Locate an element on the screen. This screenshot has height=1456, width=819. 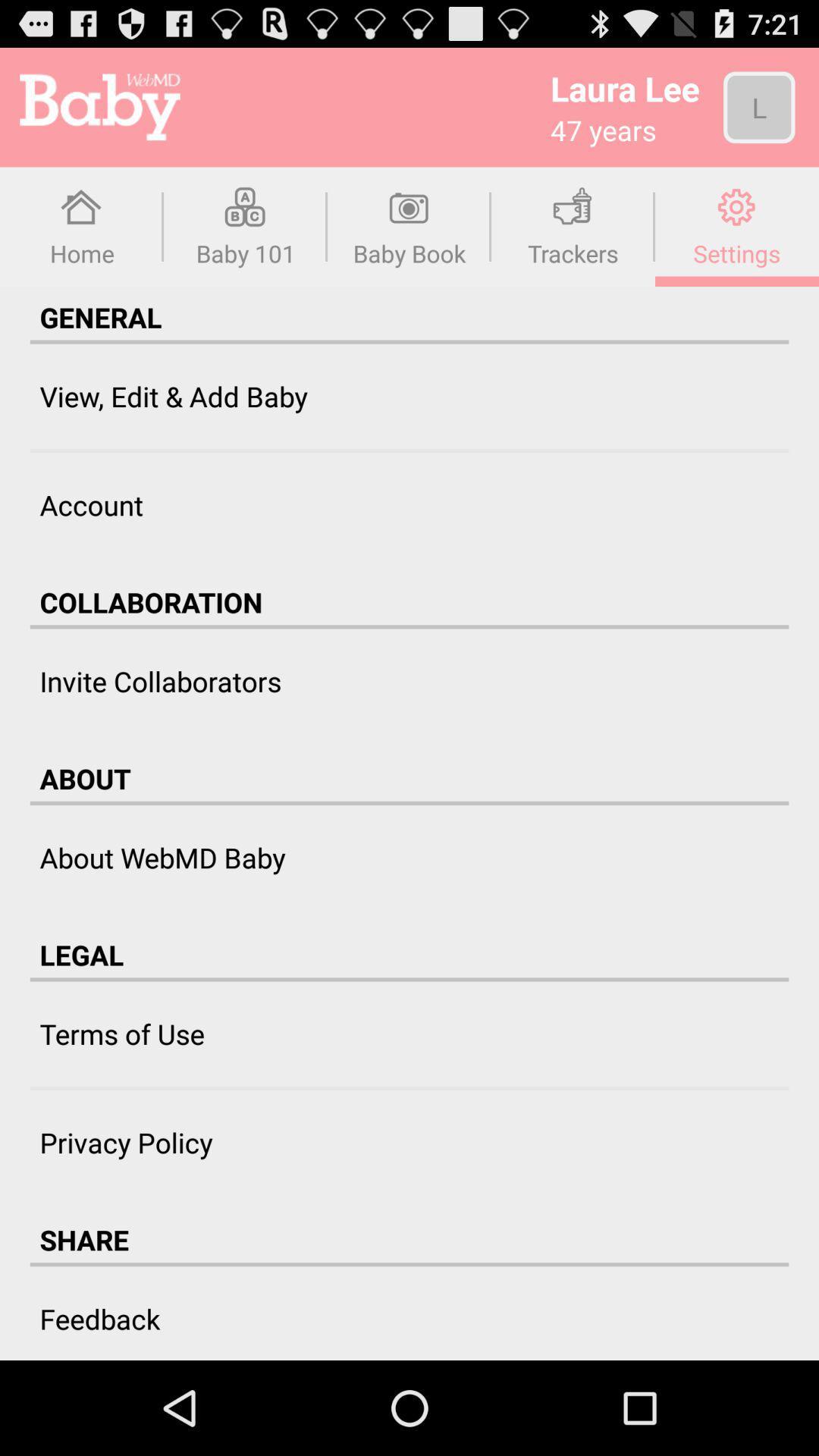
the icon above privacy policy item is located at coordinates (409, 1087).